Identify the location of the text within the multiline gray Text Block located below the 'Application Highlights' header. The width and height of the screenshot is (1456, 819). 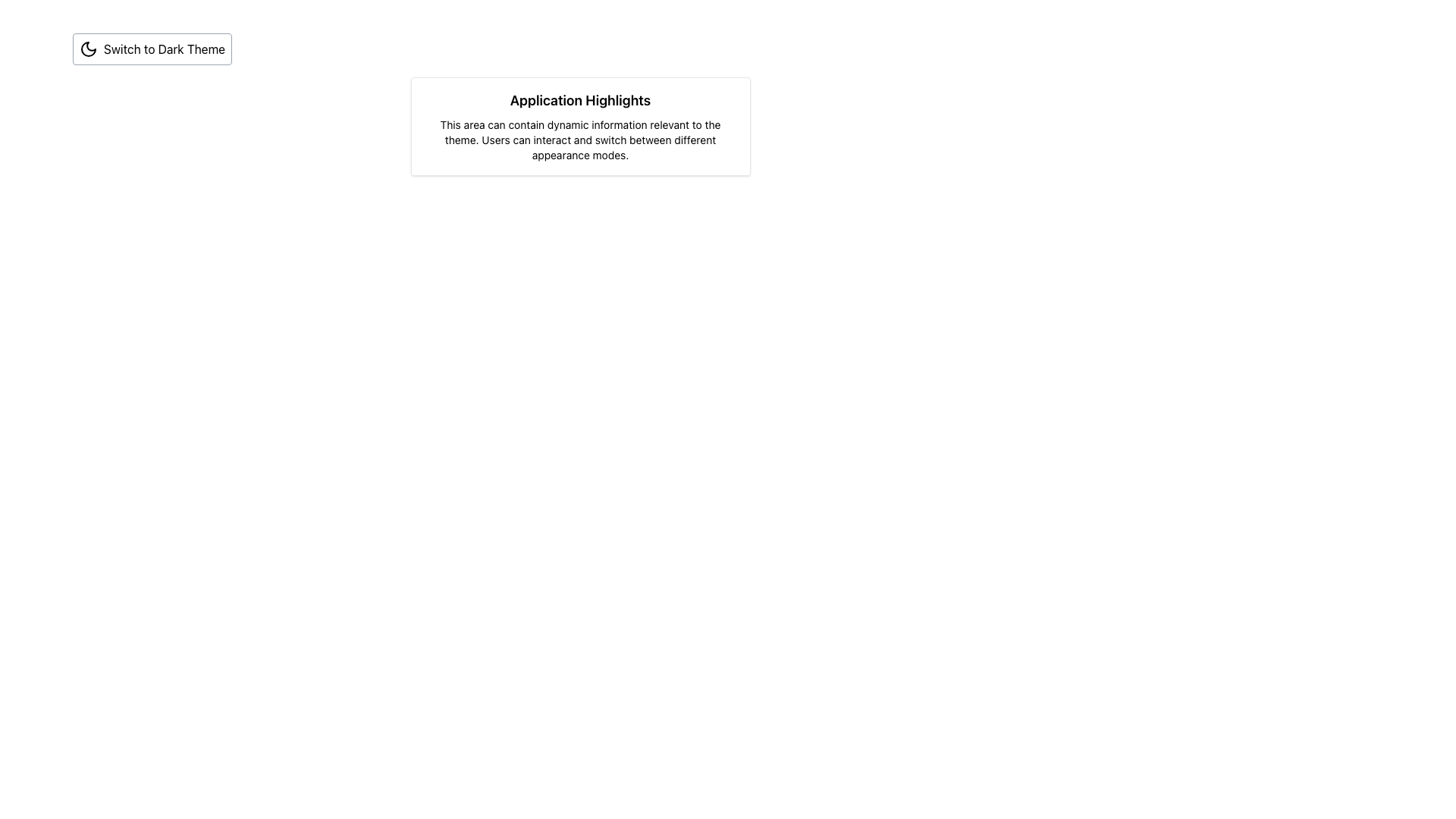
(579, 140).